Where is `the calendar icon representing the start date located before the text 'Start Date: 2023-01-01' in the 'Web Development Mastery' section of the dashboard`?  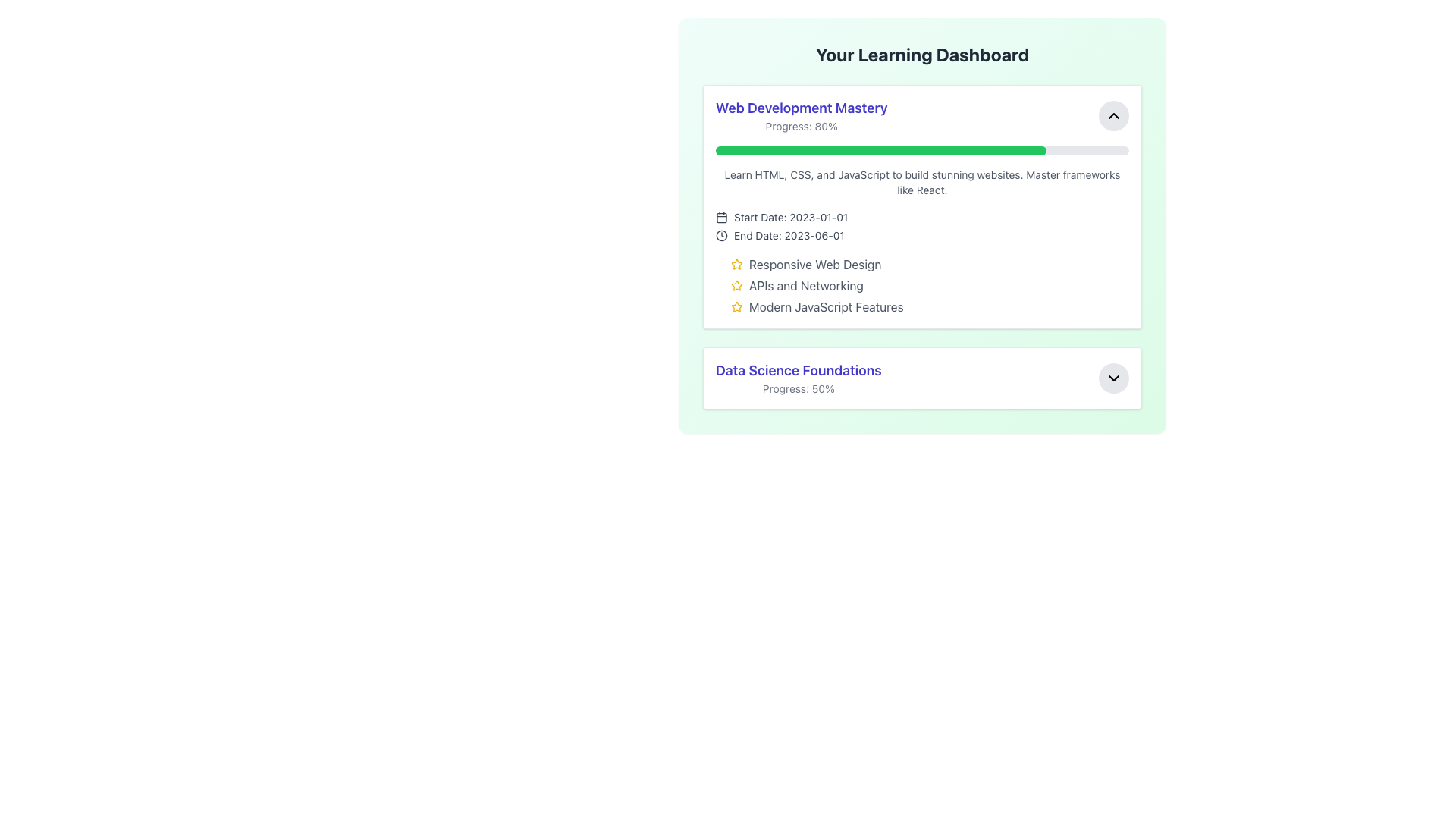 the calendar icon representing the start date located before the text 'Start Date: 2023-01-01' in the 'Web Development Mastery' section of the dashboard is located at coordinates (720, 217).